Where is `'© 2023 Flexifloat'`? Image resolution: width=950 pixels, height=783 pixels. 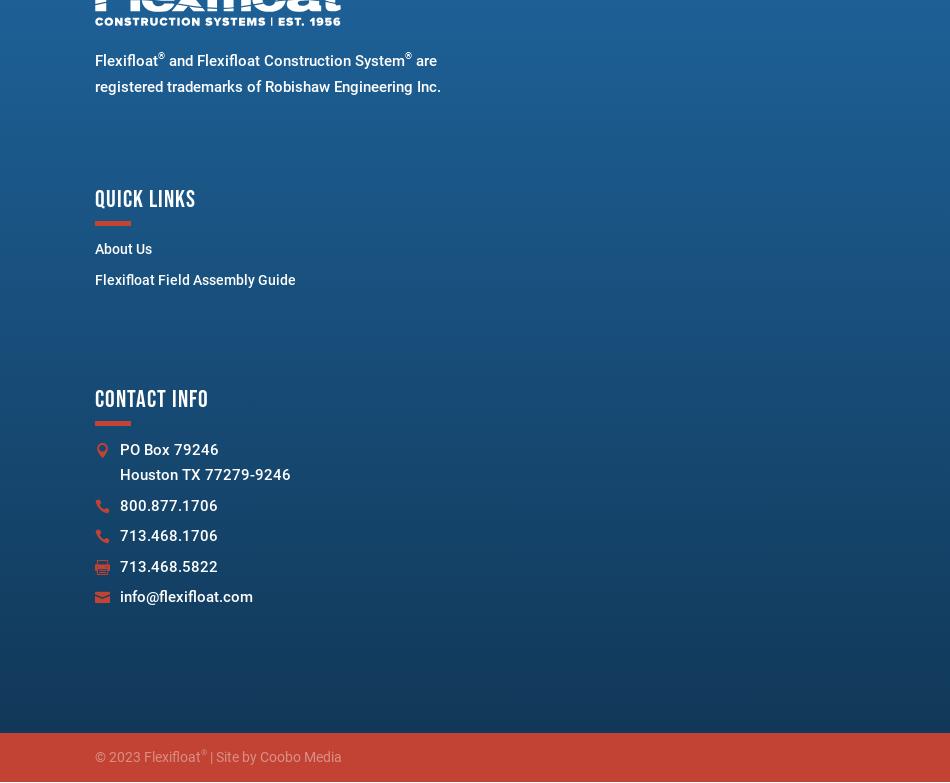 '© 2023 Flexifloat' is located at coordinates (148, 754).